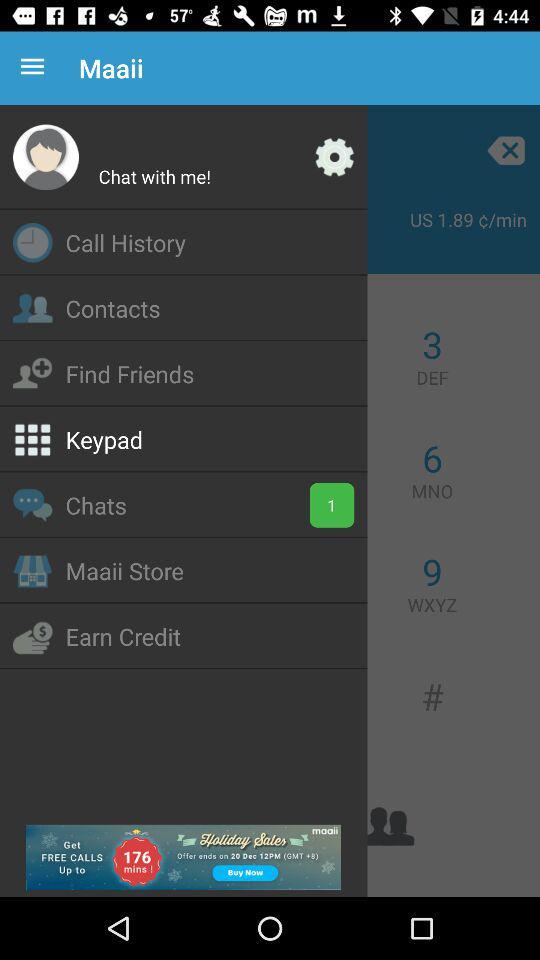 This screenshot has height=960, width=540. Describe the element at coordinates (31, 504) in the screenshot. I see `the option which is below keypad` at that location.